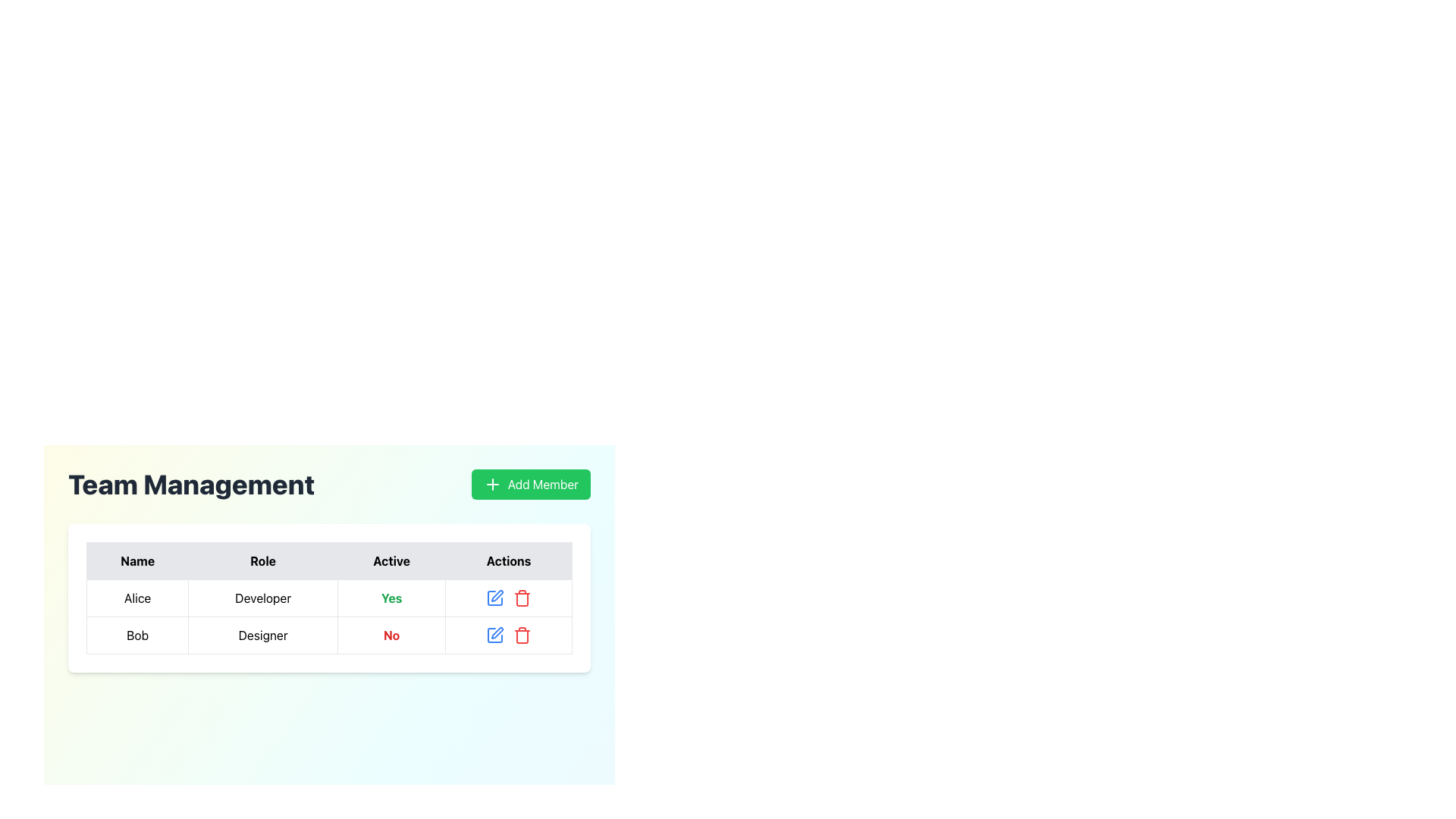 This screenshot has width=1456, height=819. I want to click on the text label displaying 'Designer' in black font located in the 'Role' column of the table under the row for 'Bob', so click(263, 635).